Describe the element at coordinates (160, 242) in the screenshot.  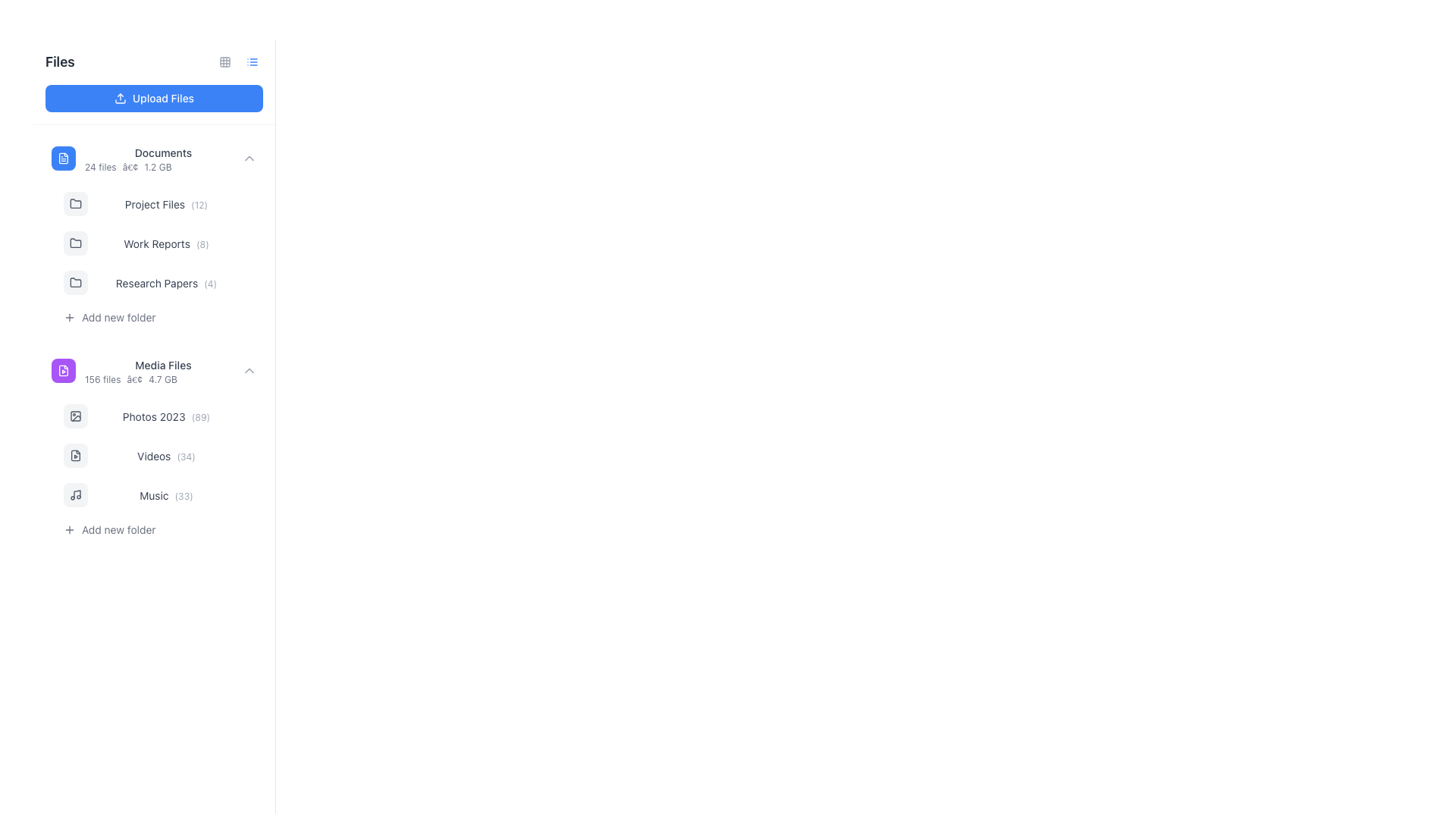
I see `the second navigational folder item` at that location.